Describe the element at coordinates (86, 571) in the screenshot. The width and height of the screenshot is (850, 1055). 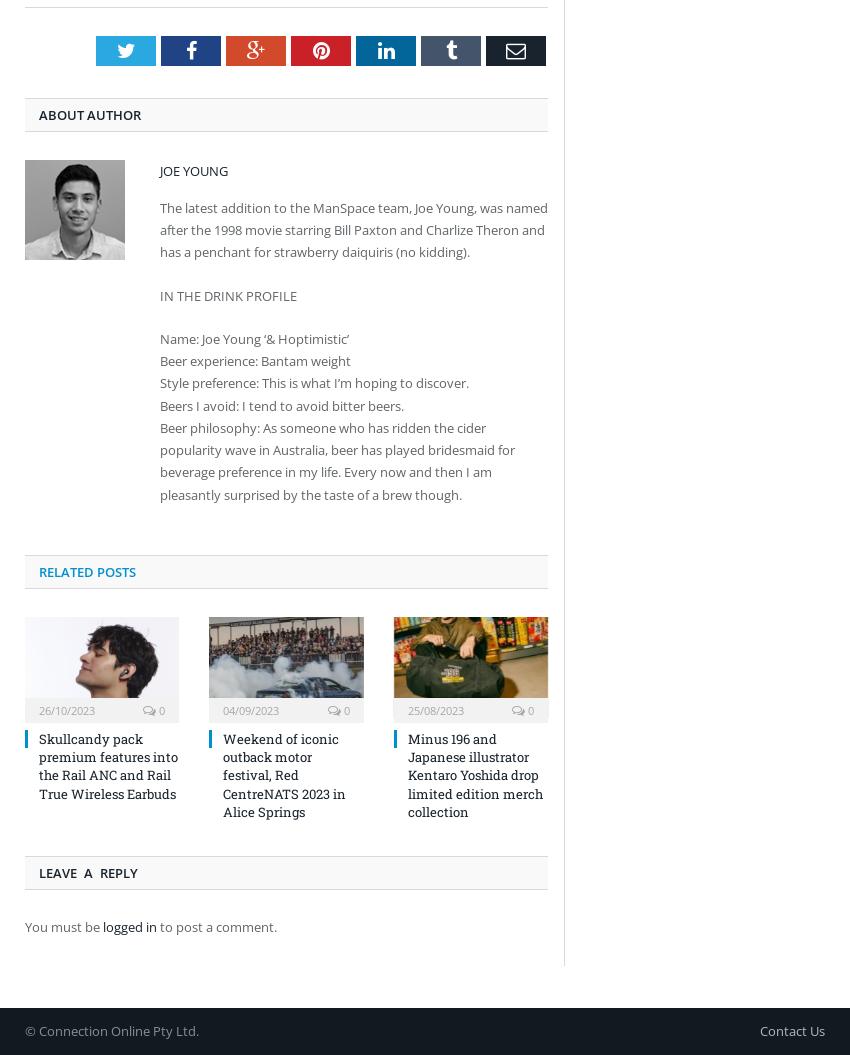
I see `'Related Posts'` at that location.